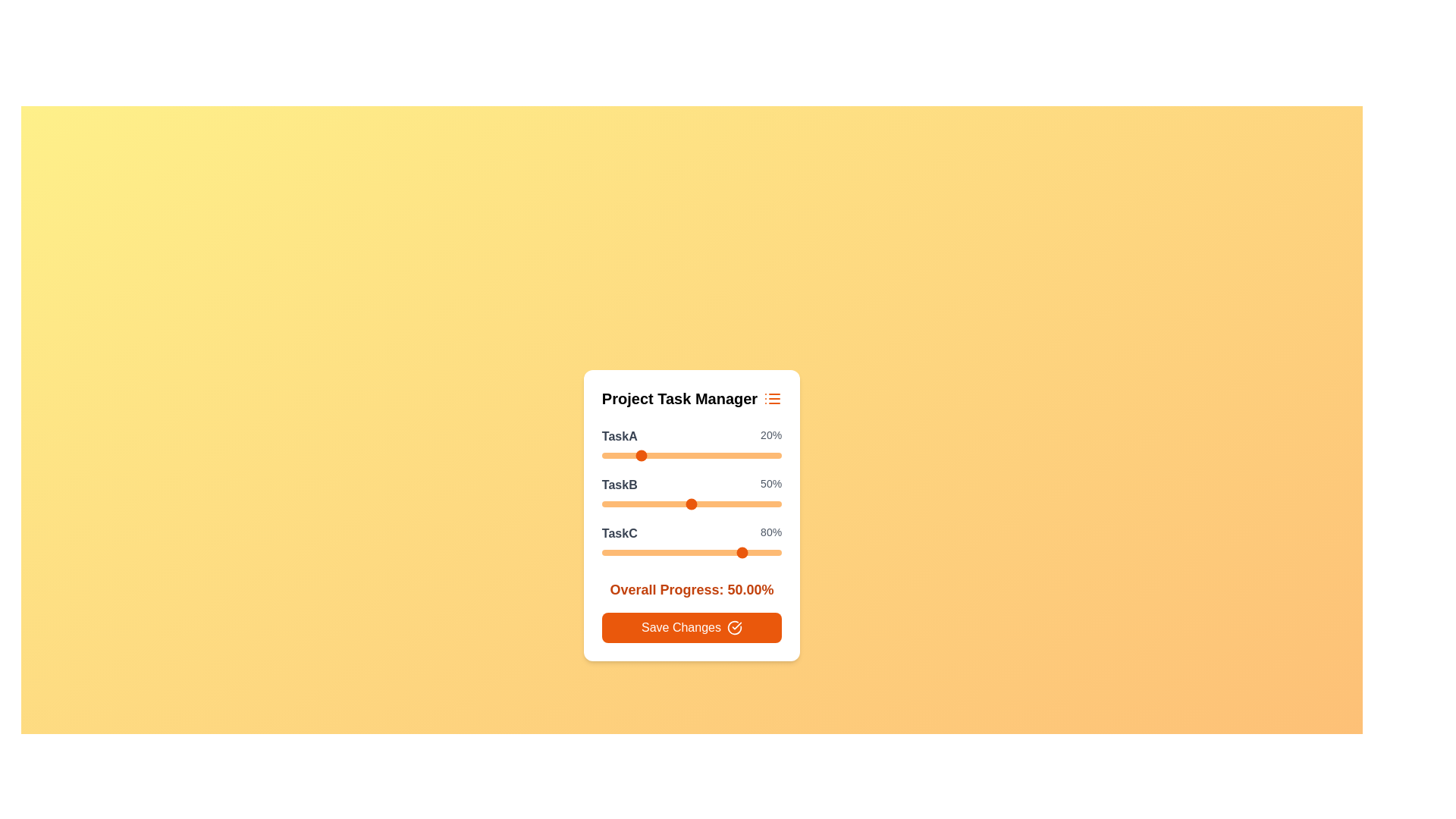 This screenshot has width=1456, height=819. What do you see at coordinates (663, 455) in the screenshot?
I see `the TaskA slider to 34%` at bounding box center [663, 455].